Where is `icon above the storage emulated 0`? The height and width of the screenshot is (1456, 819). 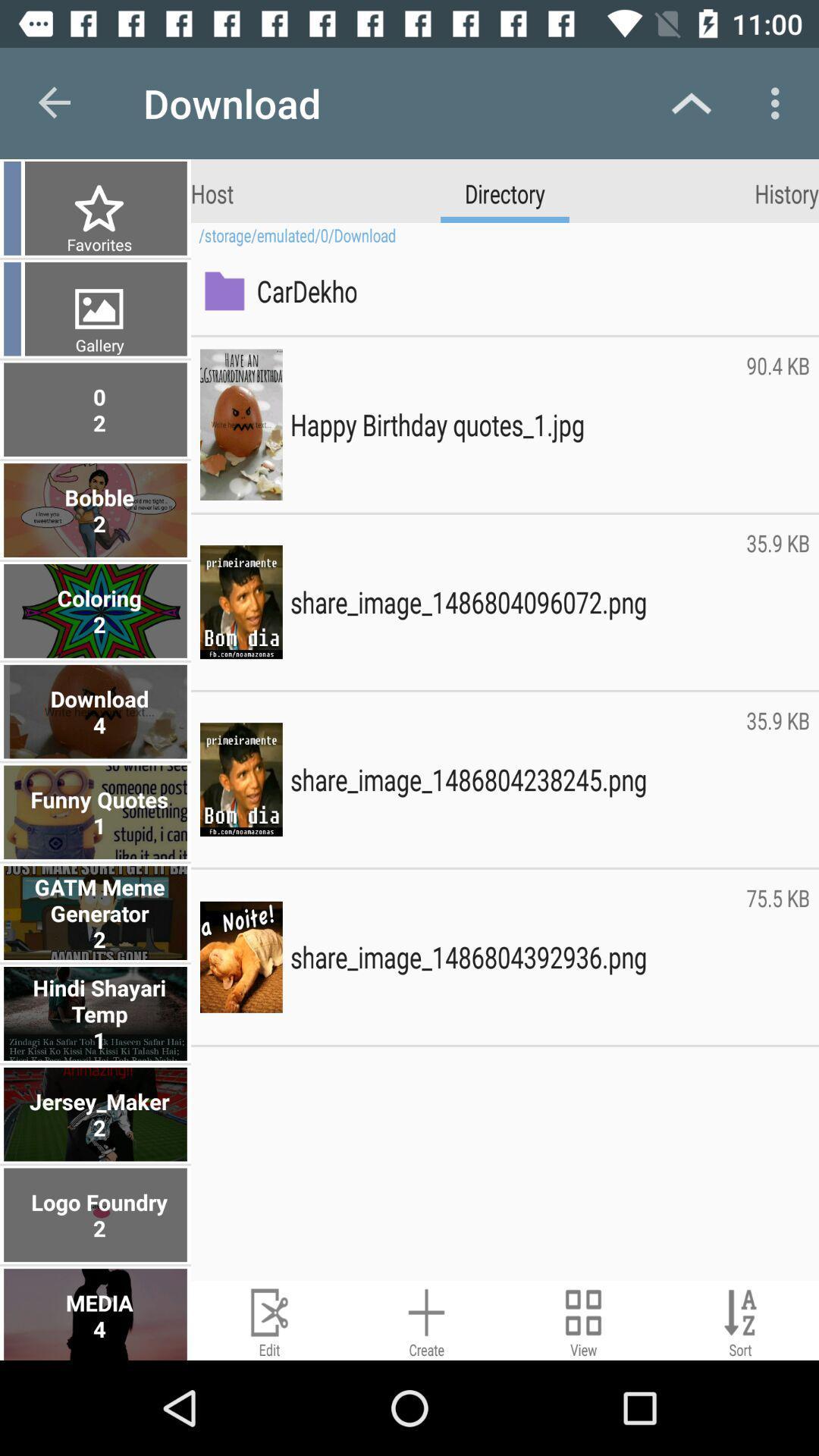
icon above the storage emulated 0 is located at coordinates (786, 192).